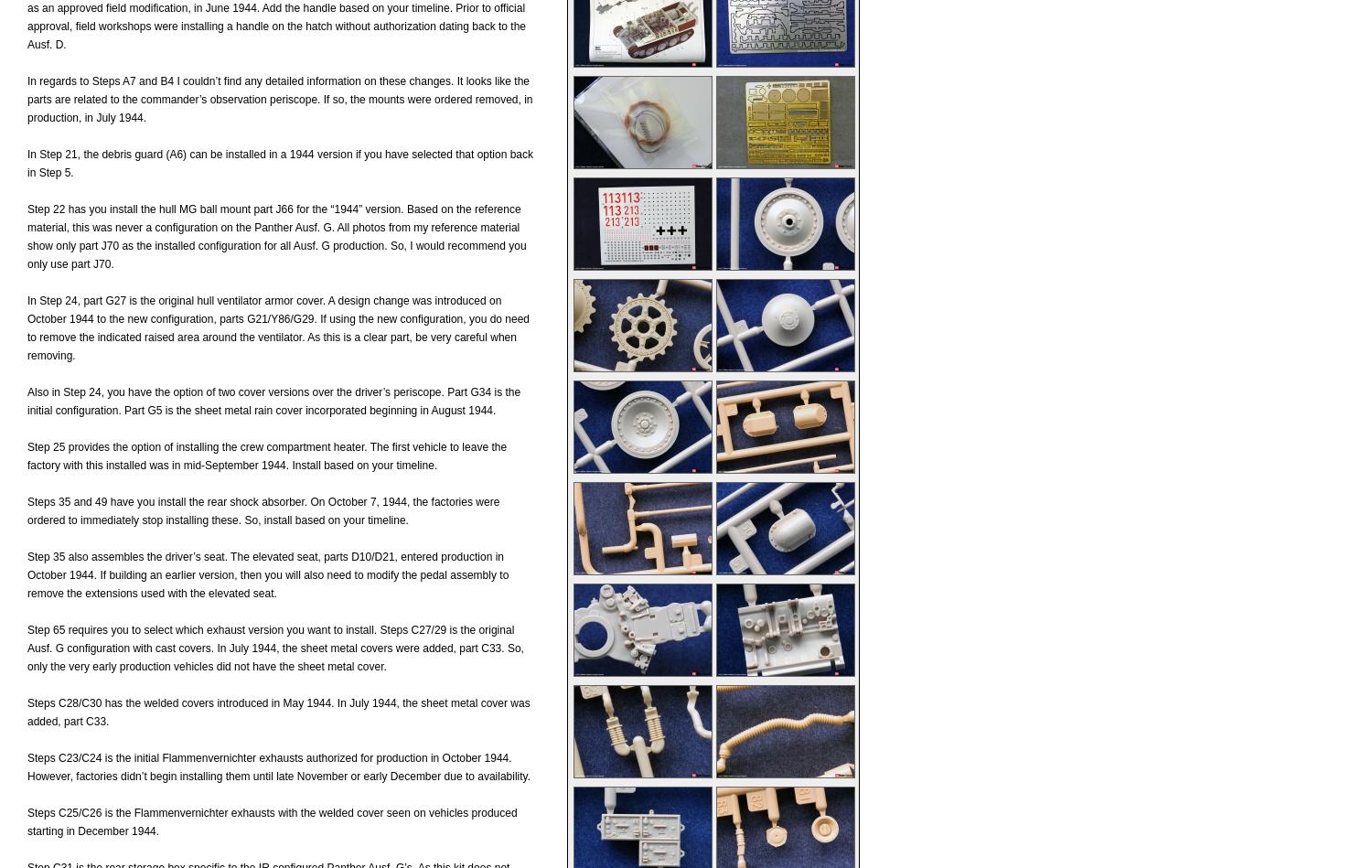 The image size is (1372, 868). Describe the element at coordinates (263, 509) in the screenshot. I see `'Steps 35 and 49 have you install the rear shock absorber. On October 7, 1944, the factories were ordered to immediately stop installing these. So, install based on your timeline.'` at that location.